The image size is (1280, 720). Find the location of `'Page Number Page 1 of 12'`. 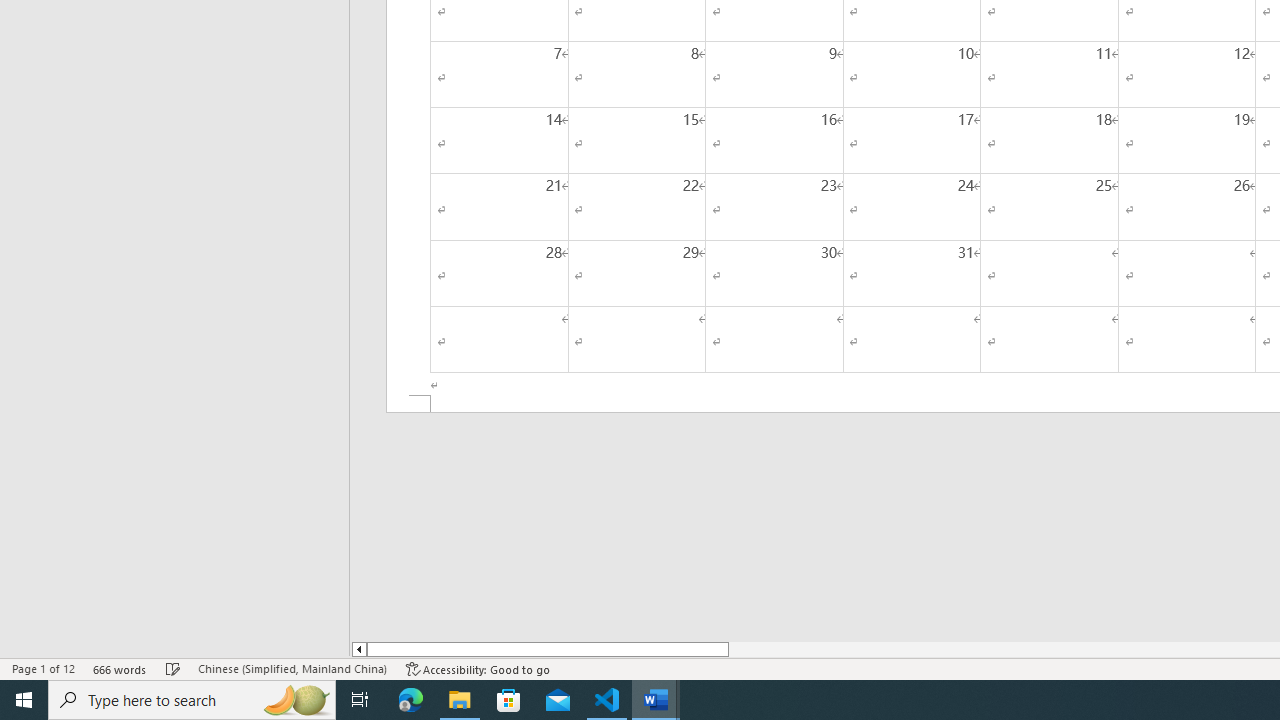

'Page Number Page 1 of 12' is located at coordinates (43, 669).